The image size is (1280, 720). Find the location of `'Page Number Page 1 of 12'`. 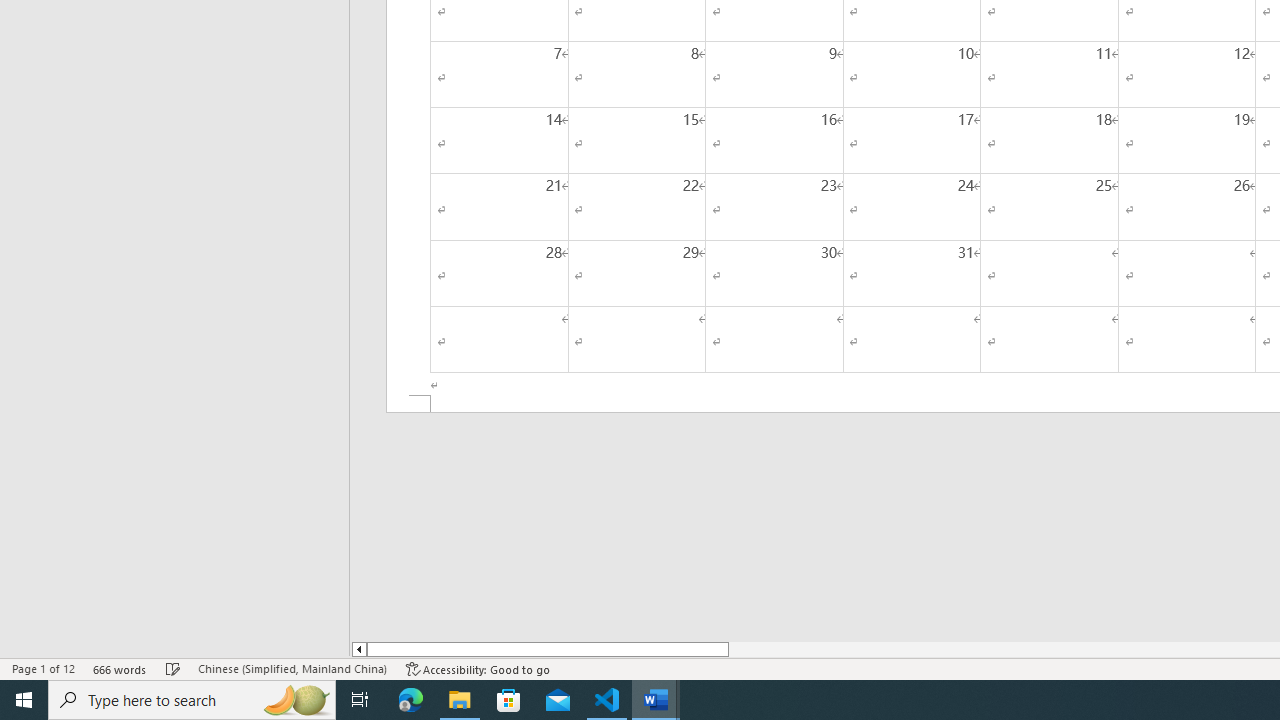

'Page Number Page 1 of 12' is located at coordinates (43, 669).